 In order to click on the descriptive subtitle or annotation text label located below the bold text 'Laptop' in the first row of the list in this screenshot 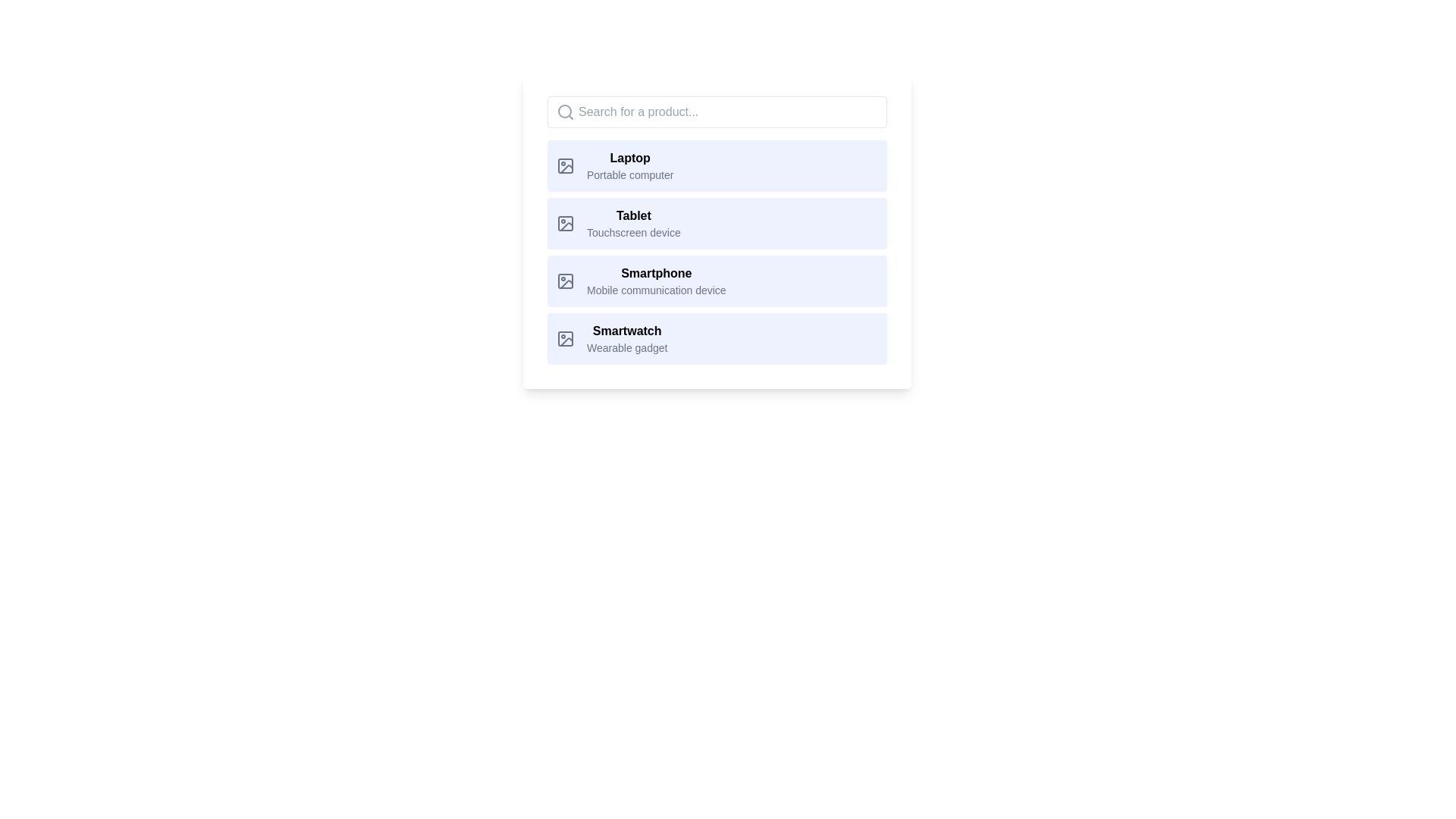, I will do `click(630, 174)`.